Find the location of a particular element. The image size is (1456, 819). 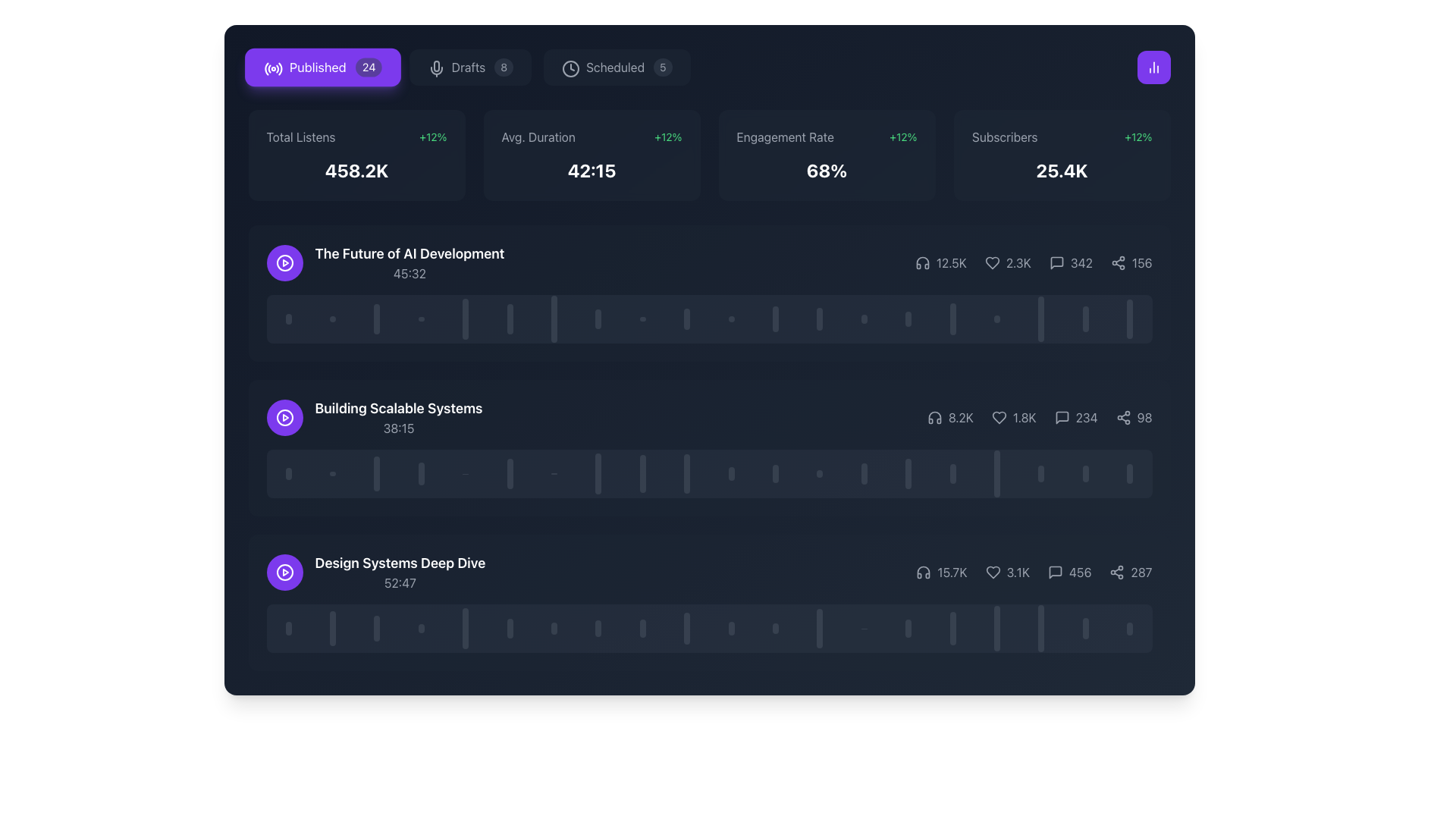

the color of the text component displaying '+12%' in green, positioned to the right of 'Engagement Rate' in the summary stats section is located at coordinates (903, 137).